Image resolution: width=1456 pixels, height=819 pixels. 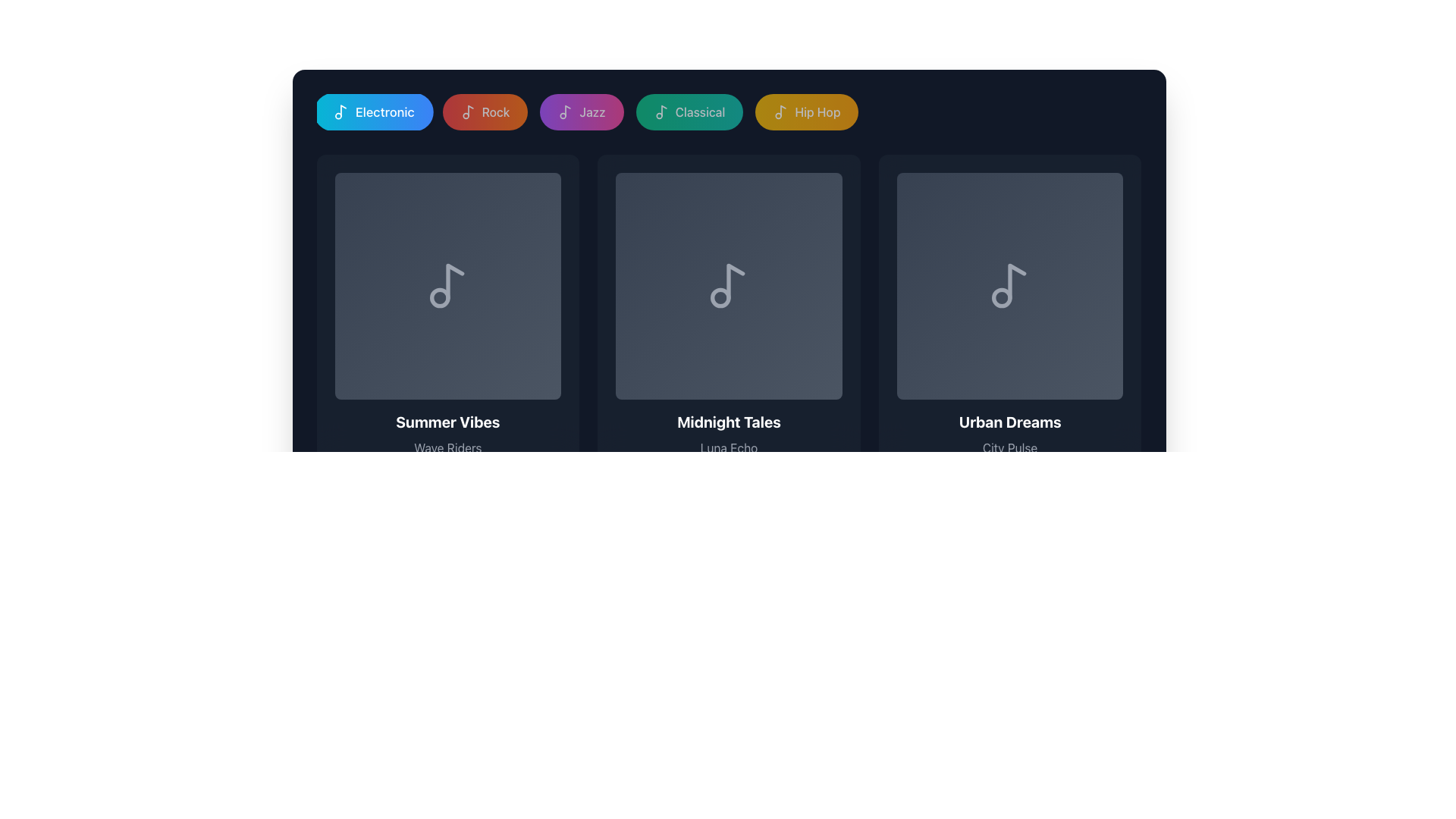 What do you see at coordinates (806, 111) in the screenshot?
I see `the 'Hip Hop' genre button, which has a gradient background from yellow to amber and features a white music note icon next to the text 'Hip Hop' in bold white font` at bounding box center [806, 111].